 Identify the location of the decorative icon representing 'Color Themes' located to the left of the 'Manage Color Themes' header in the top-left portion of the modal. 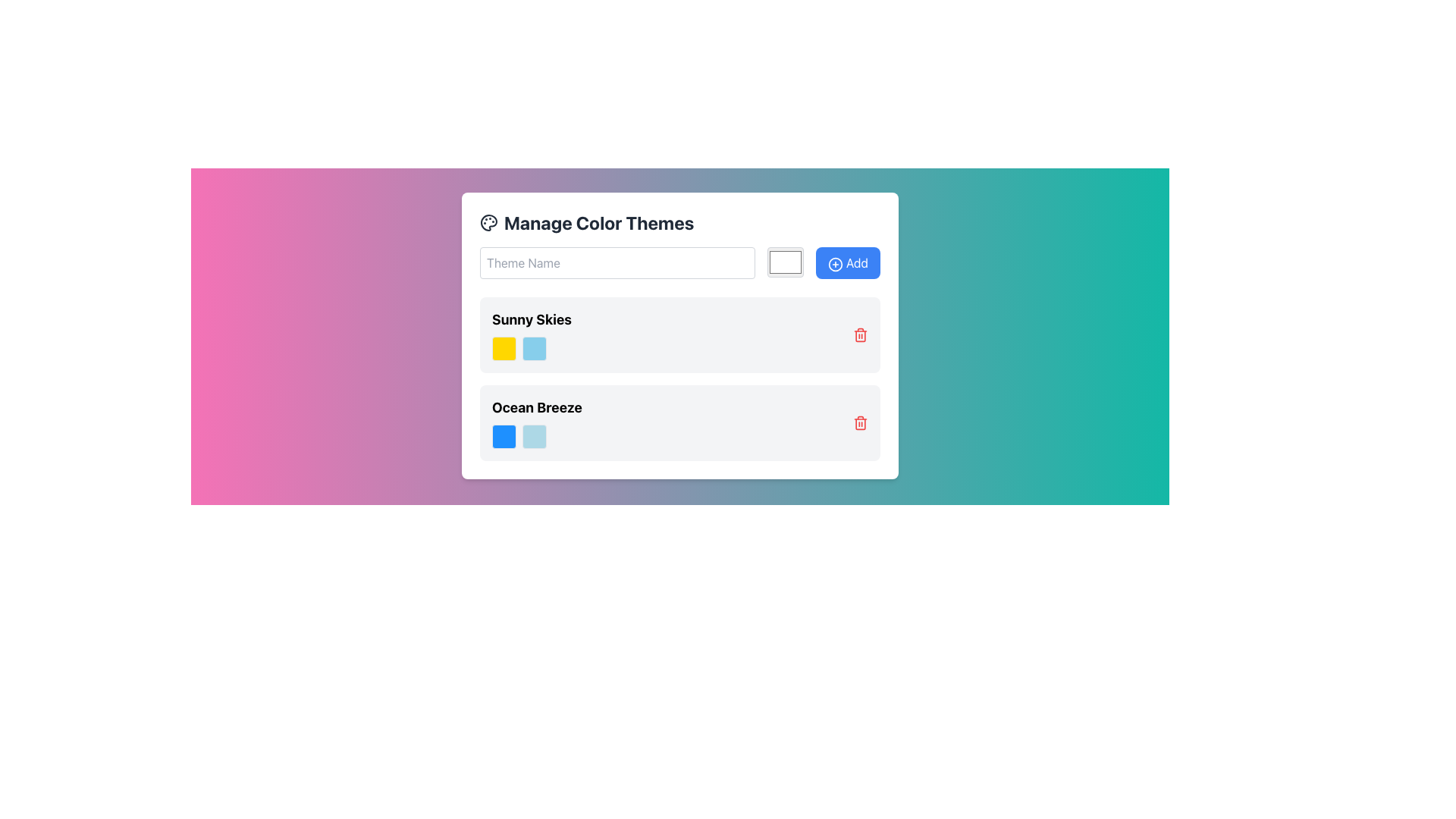
(488, 222).